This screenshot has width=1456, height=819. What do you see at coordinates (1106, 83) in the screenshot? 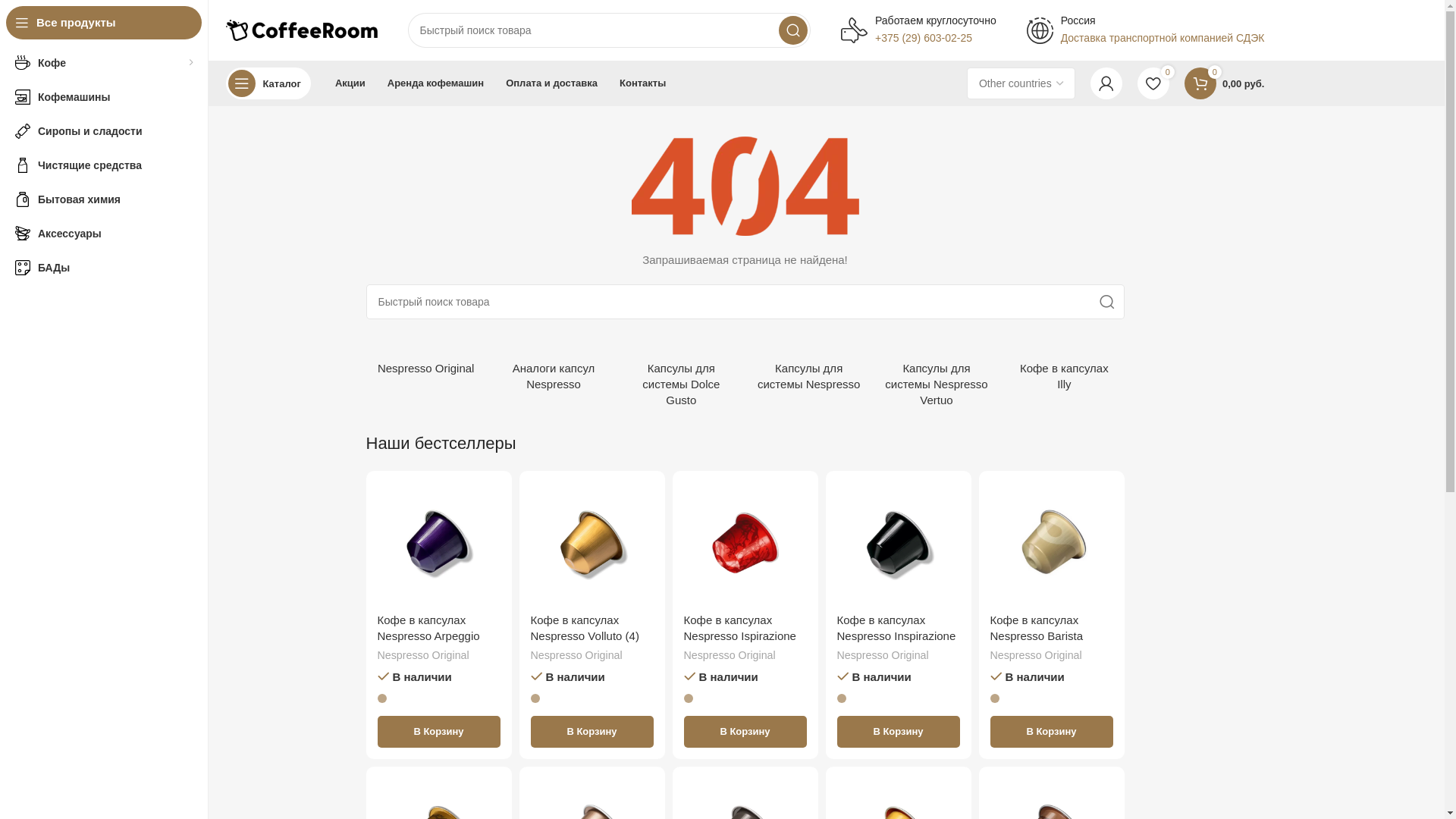
I see `'My account'` at bounding box center [1106, 83].